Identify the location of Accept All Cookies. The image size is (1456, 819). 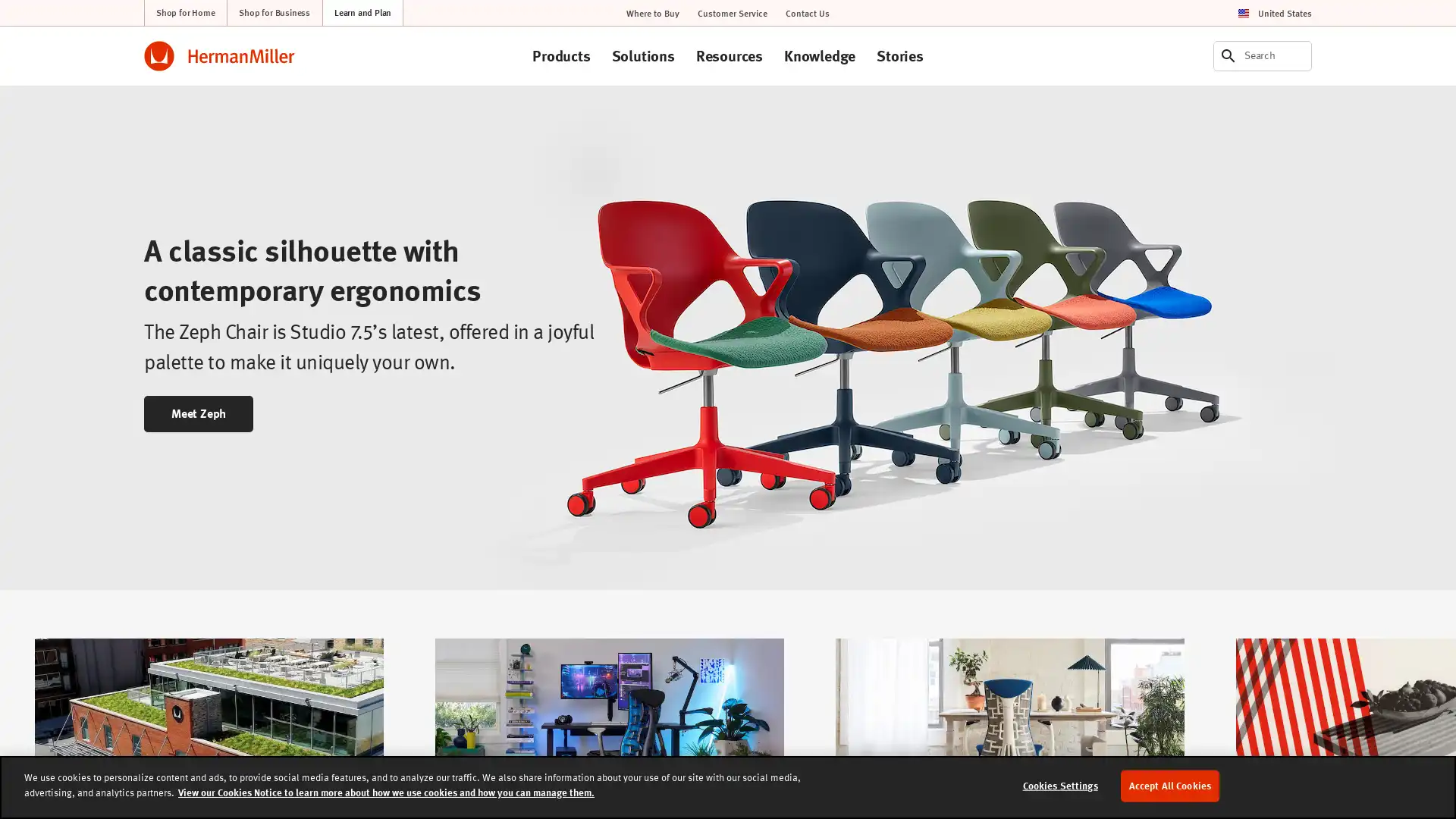
(1169, 785).